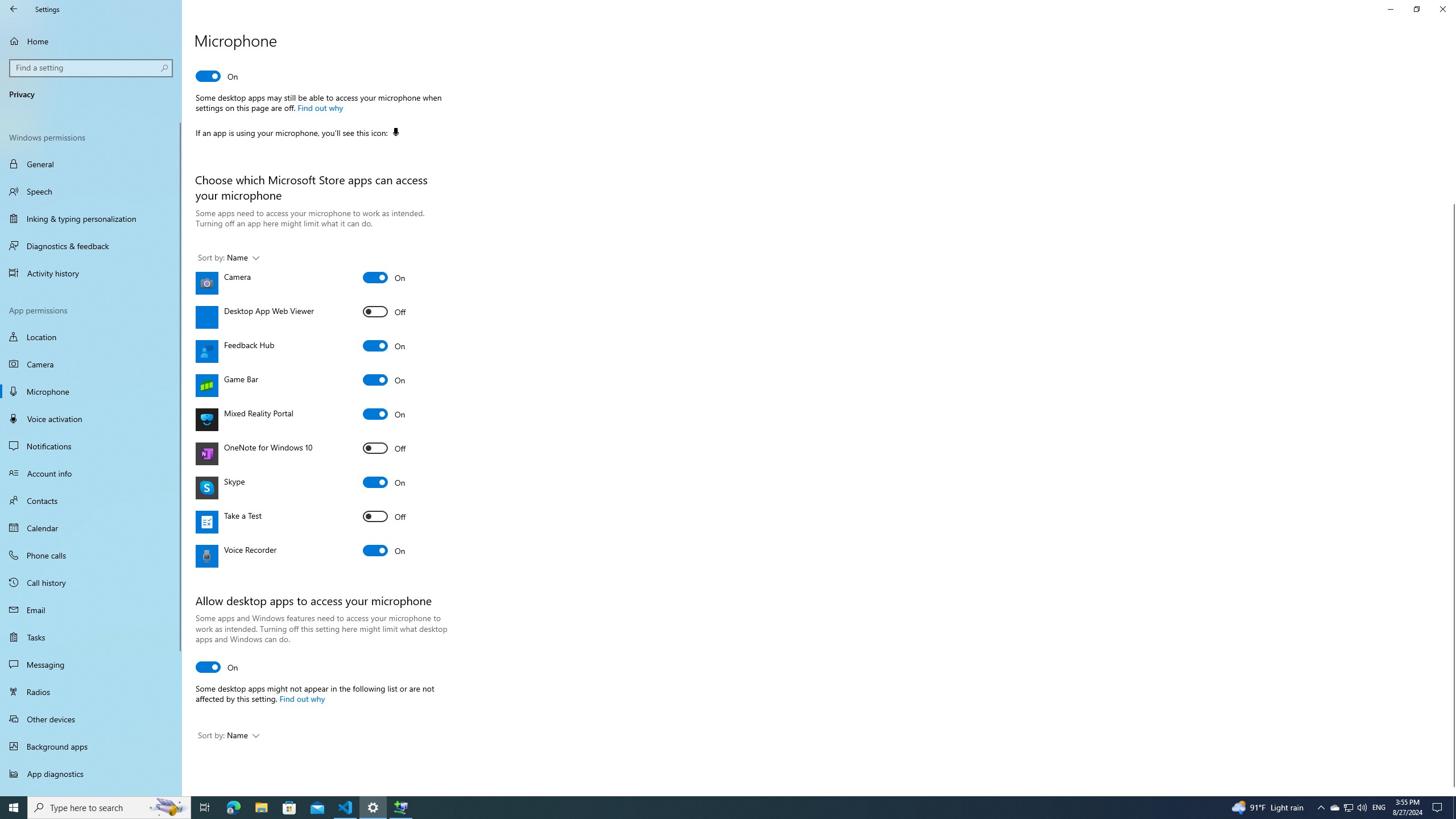 The image size is (1456, 819). Describe the element at coordinates (383, 379) in the screenshot. I see `'Game Bar'` at that location.